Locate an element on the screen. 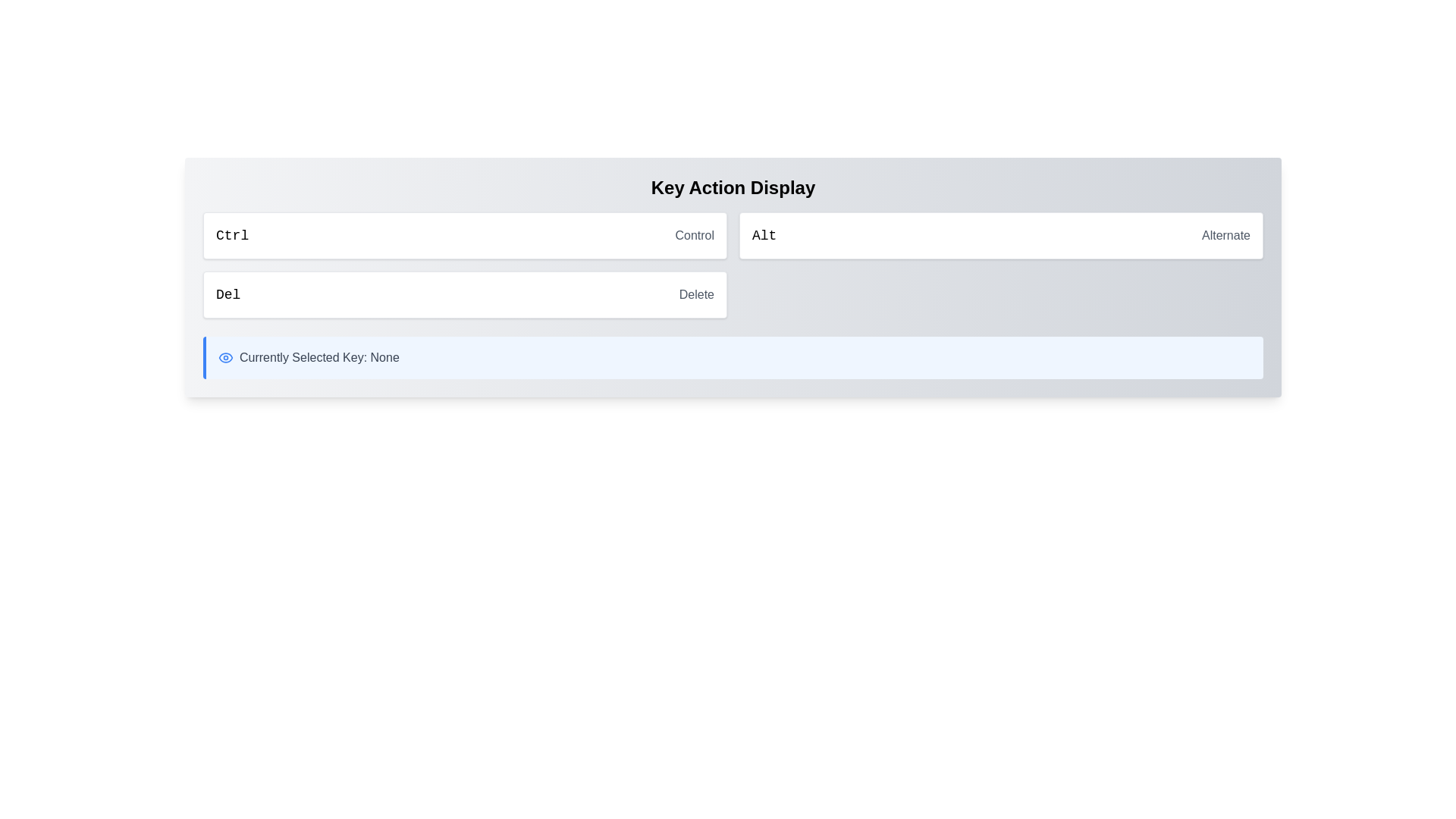  the Text label that describes or represents an attribute, status, or option, located to the right of the 'Alt' label in the top right portion of the user interface is located at coordinates (1226, 236).